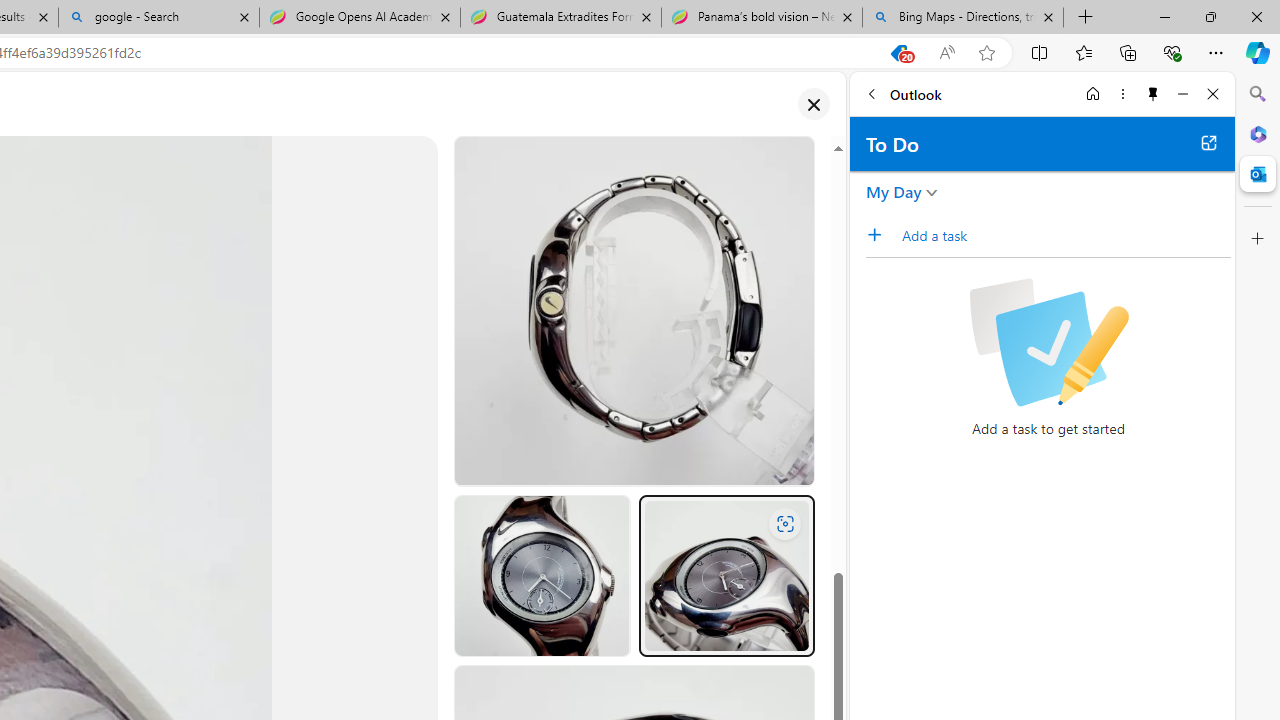  I want to click on 'Add a task', so click(1064, 234).